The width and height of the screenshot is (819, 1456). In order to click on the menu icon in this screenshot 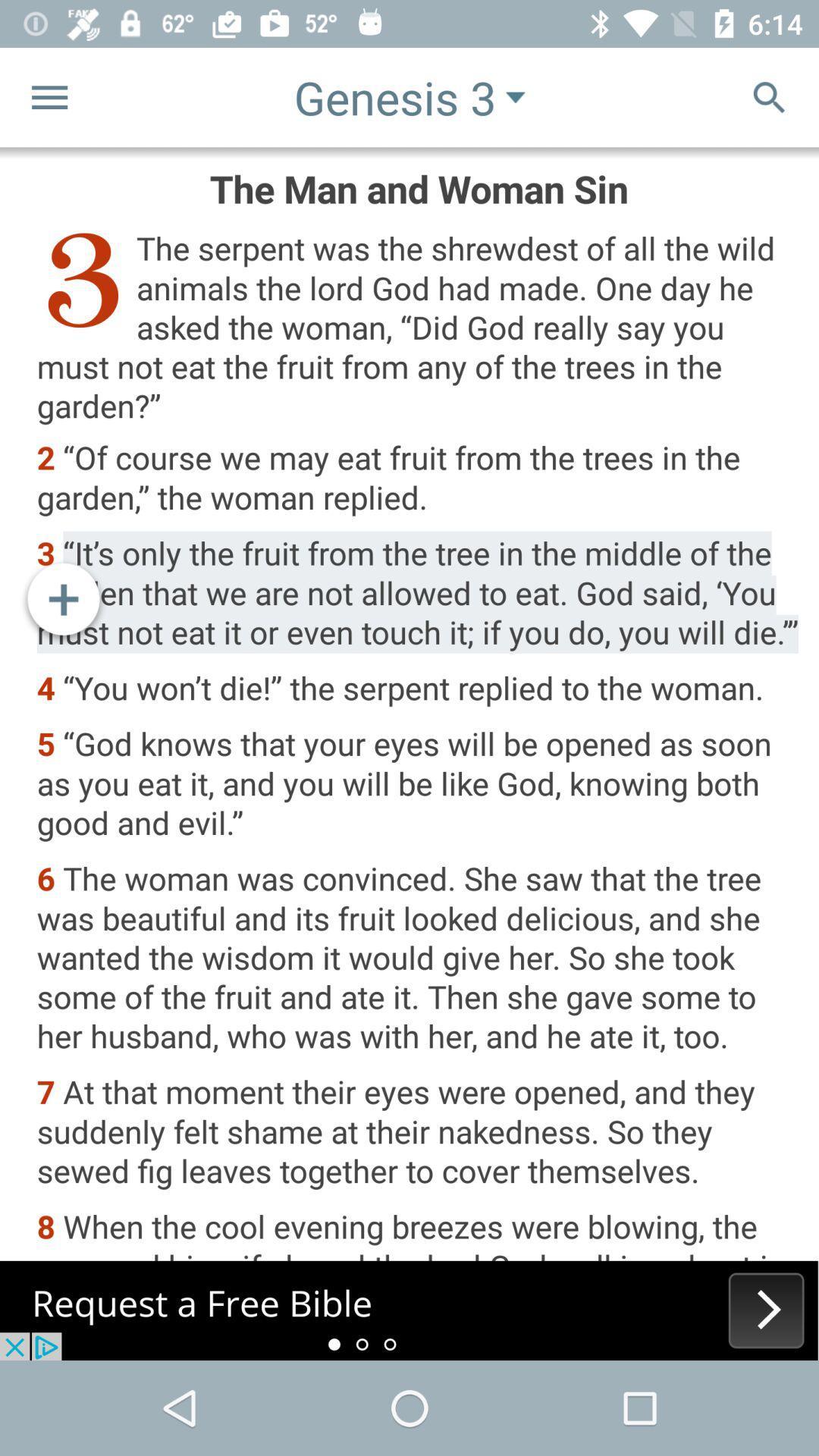, I will do `click(49, 96)`.